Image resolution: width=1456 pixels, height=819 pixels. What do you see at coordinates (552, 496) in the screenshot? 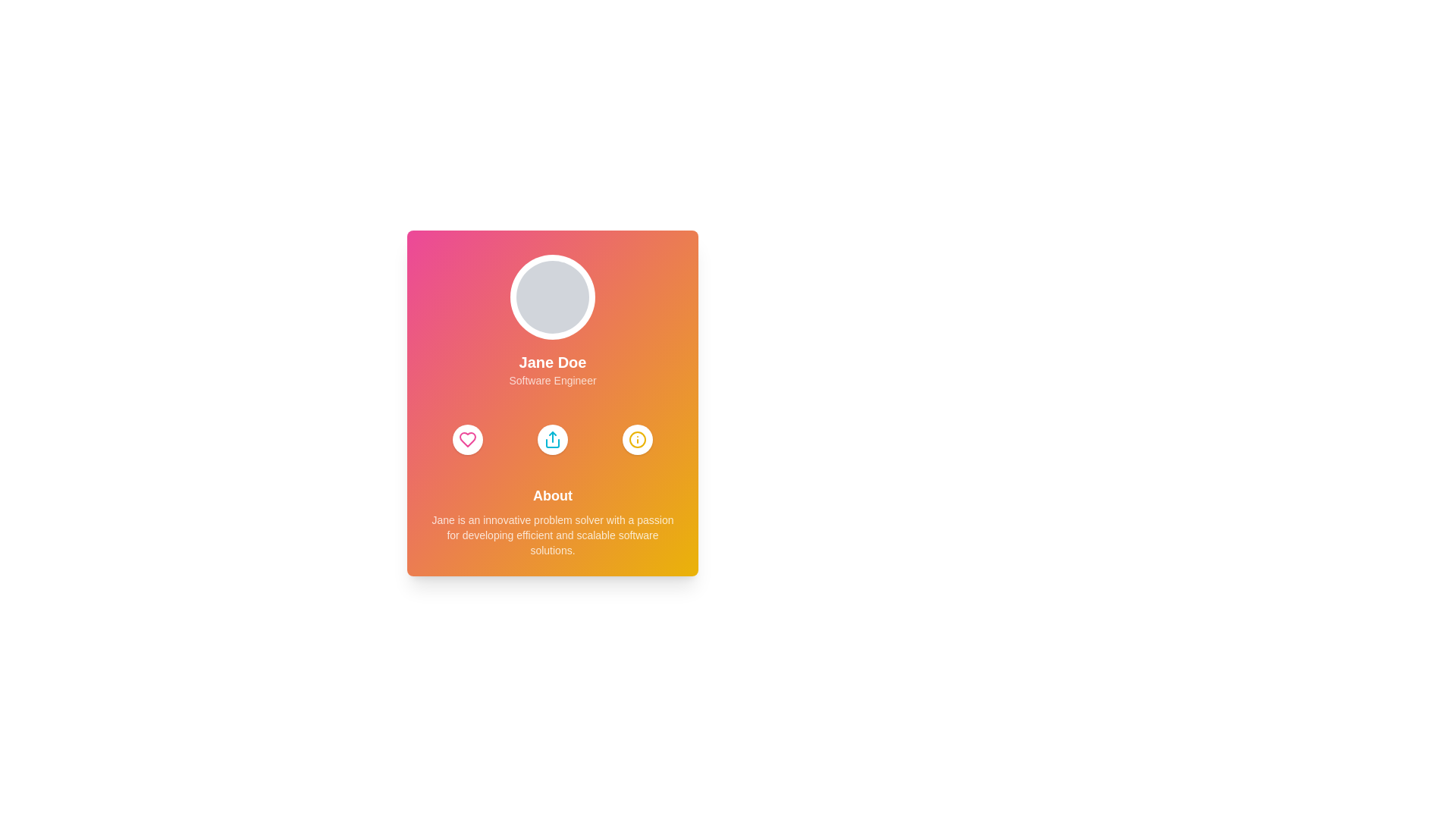
I see `the header text element located centrally at the lower section of a card layout, which provides context for the content that follows` at bounding box center [552, 496].